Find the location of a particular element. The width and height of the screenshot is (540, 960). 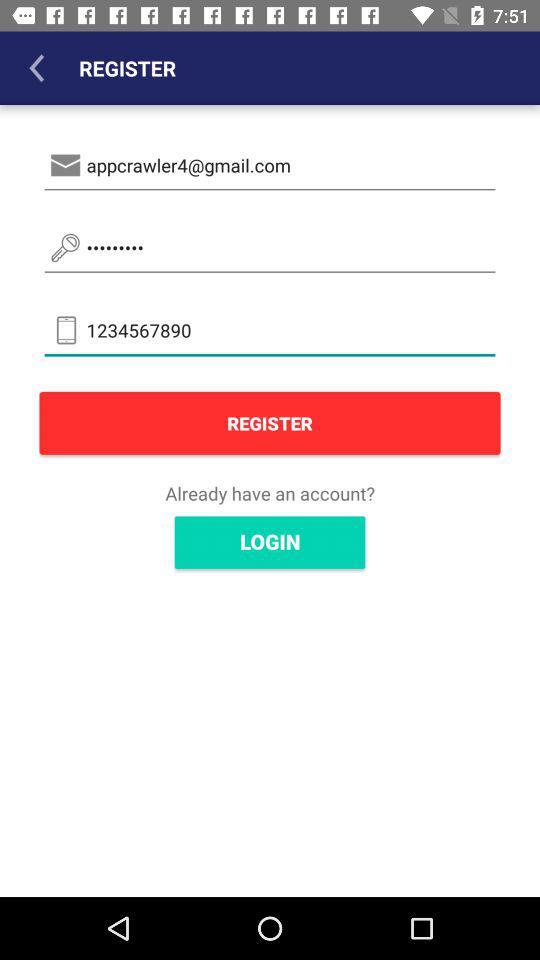

the item above the 1234567890 is located at coordinates (270, 247).